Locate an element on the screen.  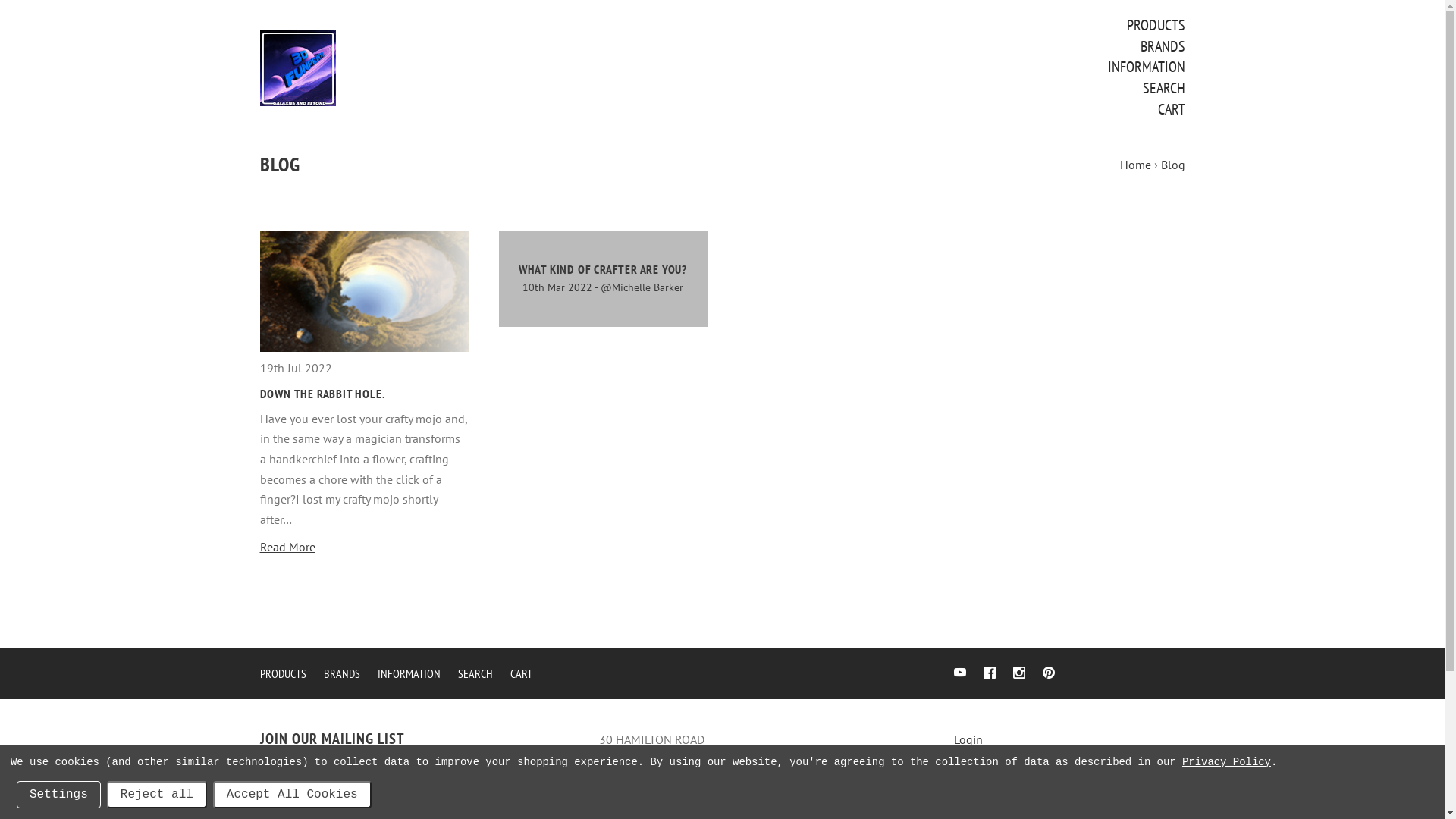
'Home' is located at coordinates (1134, 164).